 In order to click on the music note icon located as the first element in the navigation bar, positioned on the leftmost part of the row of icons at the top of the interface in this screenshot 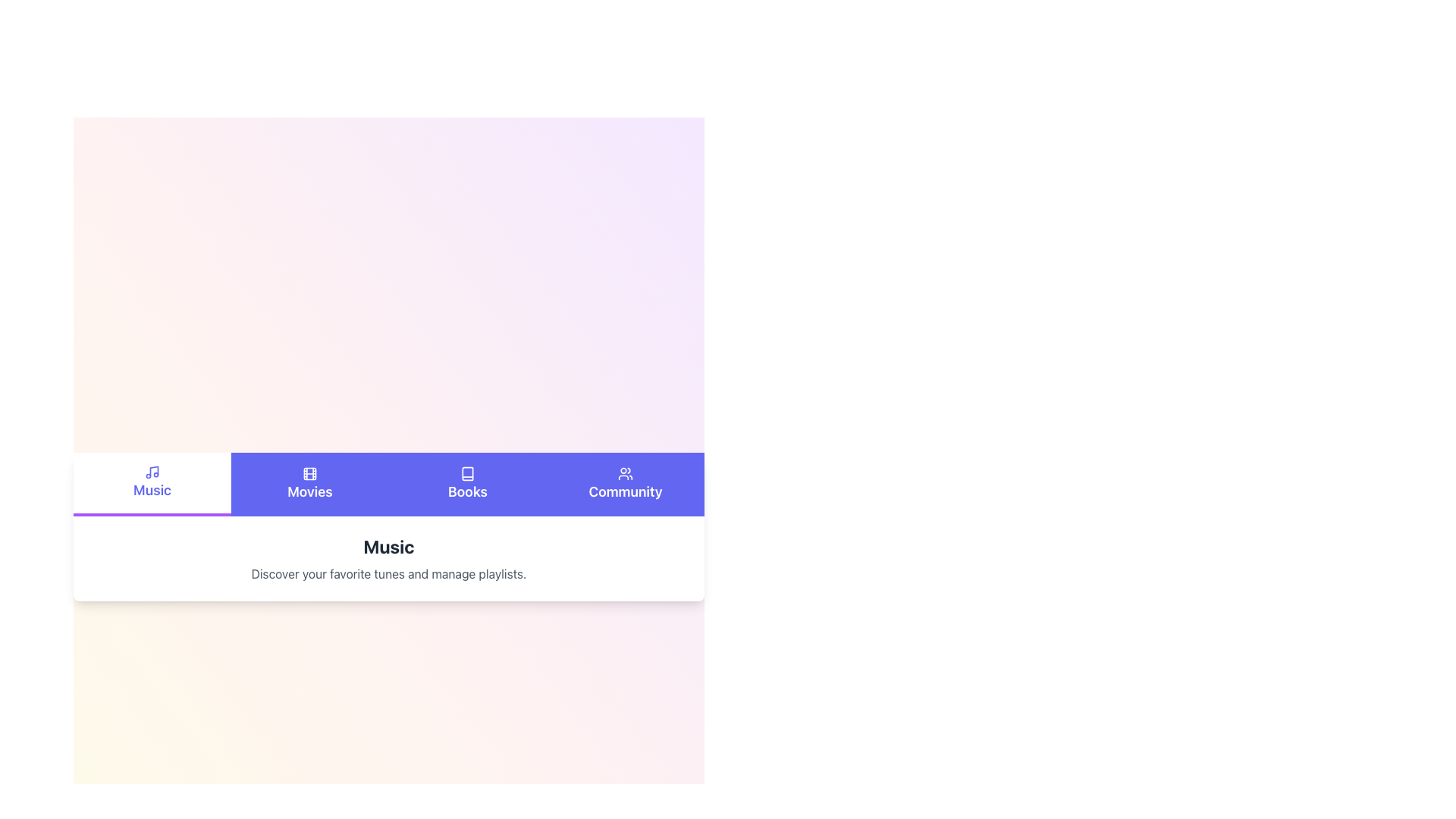, I will do `click(154, 470)`.